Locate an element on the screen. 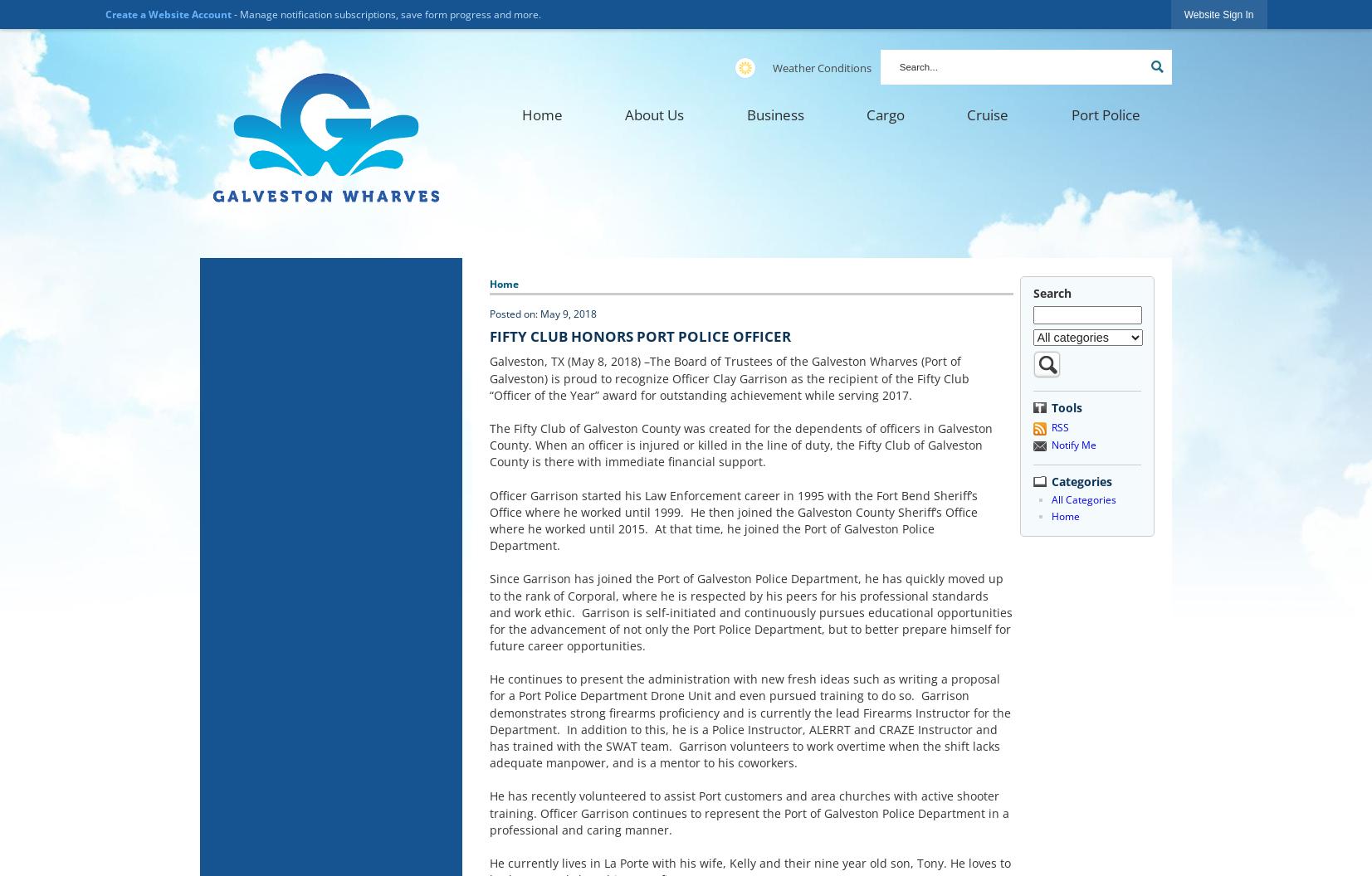 This screenshot has width=1372, height=876. 'RSS' is located at coordinates (1051, 426).